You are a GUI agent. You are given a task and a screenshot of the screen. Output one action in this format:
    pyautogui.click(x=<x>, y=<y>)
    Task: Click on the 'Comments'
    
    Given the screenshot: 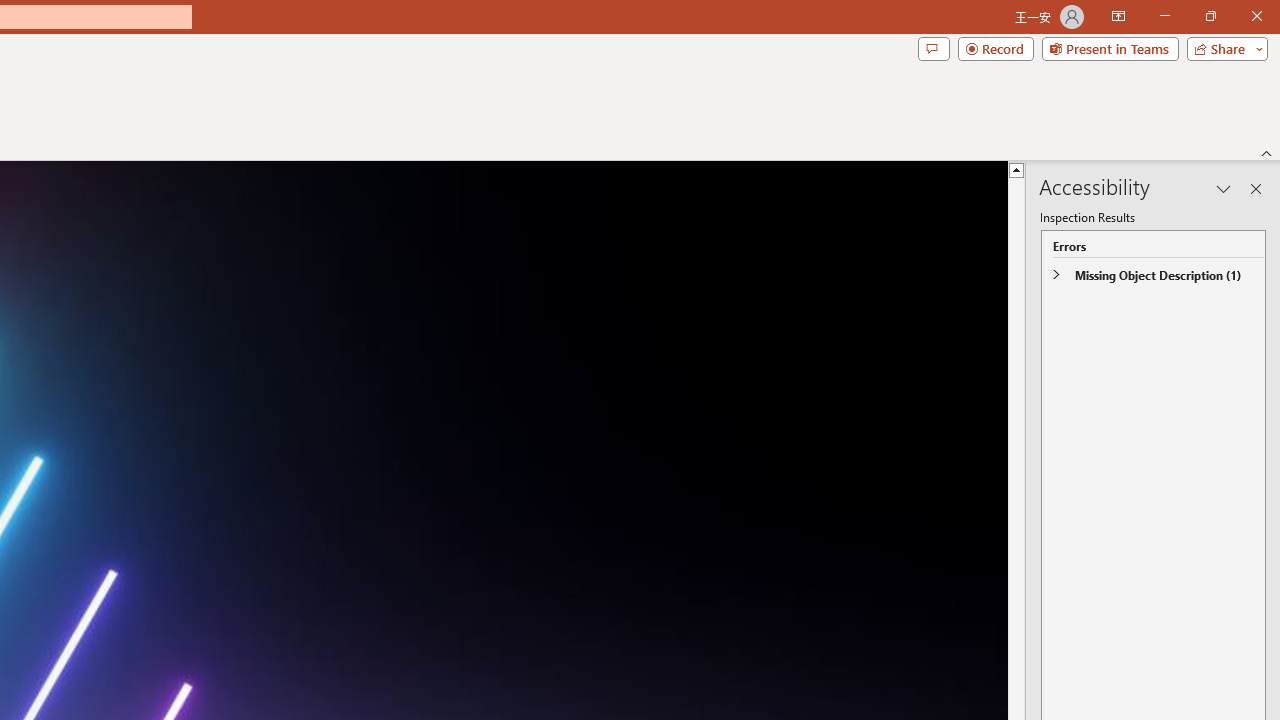 What is the action you would take?
    pyautogui.click(x=932, y=47)
    